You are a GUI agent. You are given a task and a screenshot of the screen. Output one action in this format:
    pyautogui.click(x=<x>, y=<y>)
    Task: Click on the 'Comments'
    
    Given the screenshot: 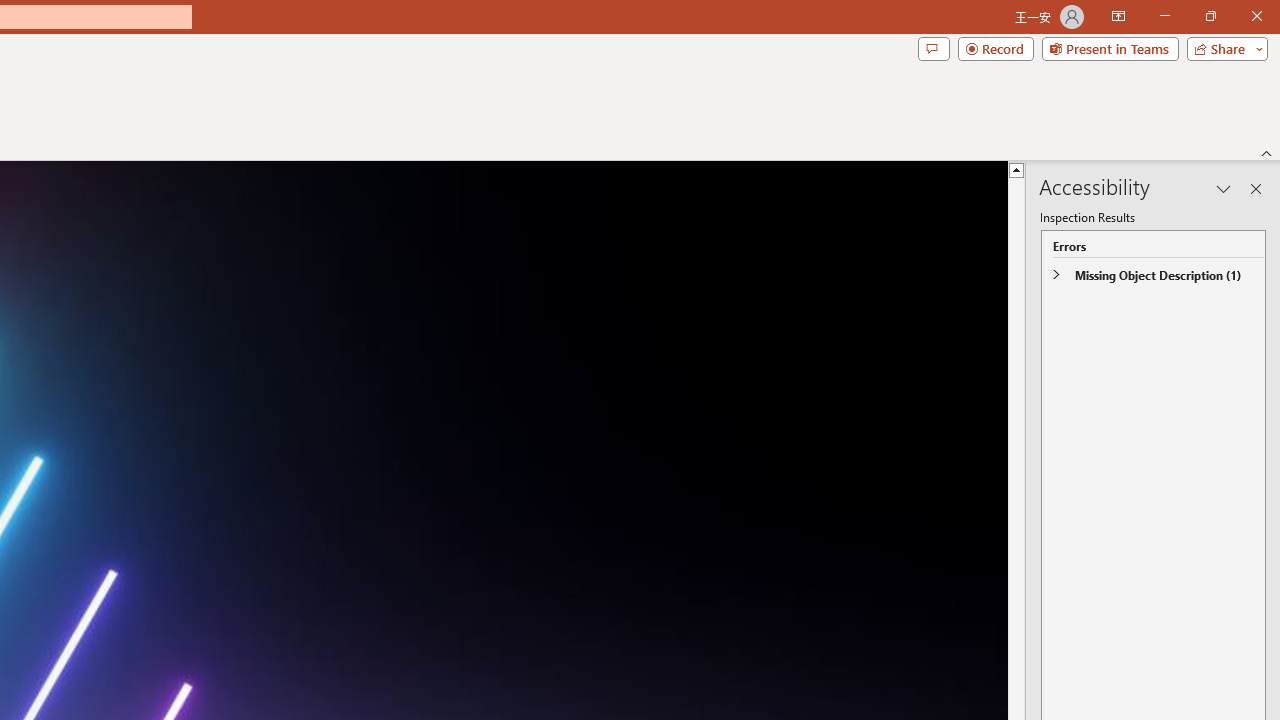 What is the action you would take?
    pyautogui.click(x=932, y=47)
    